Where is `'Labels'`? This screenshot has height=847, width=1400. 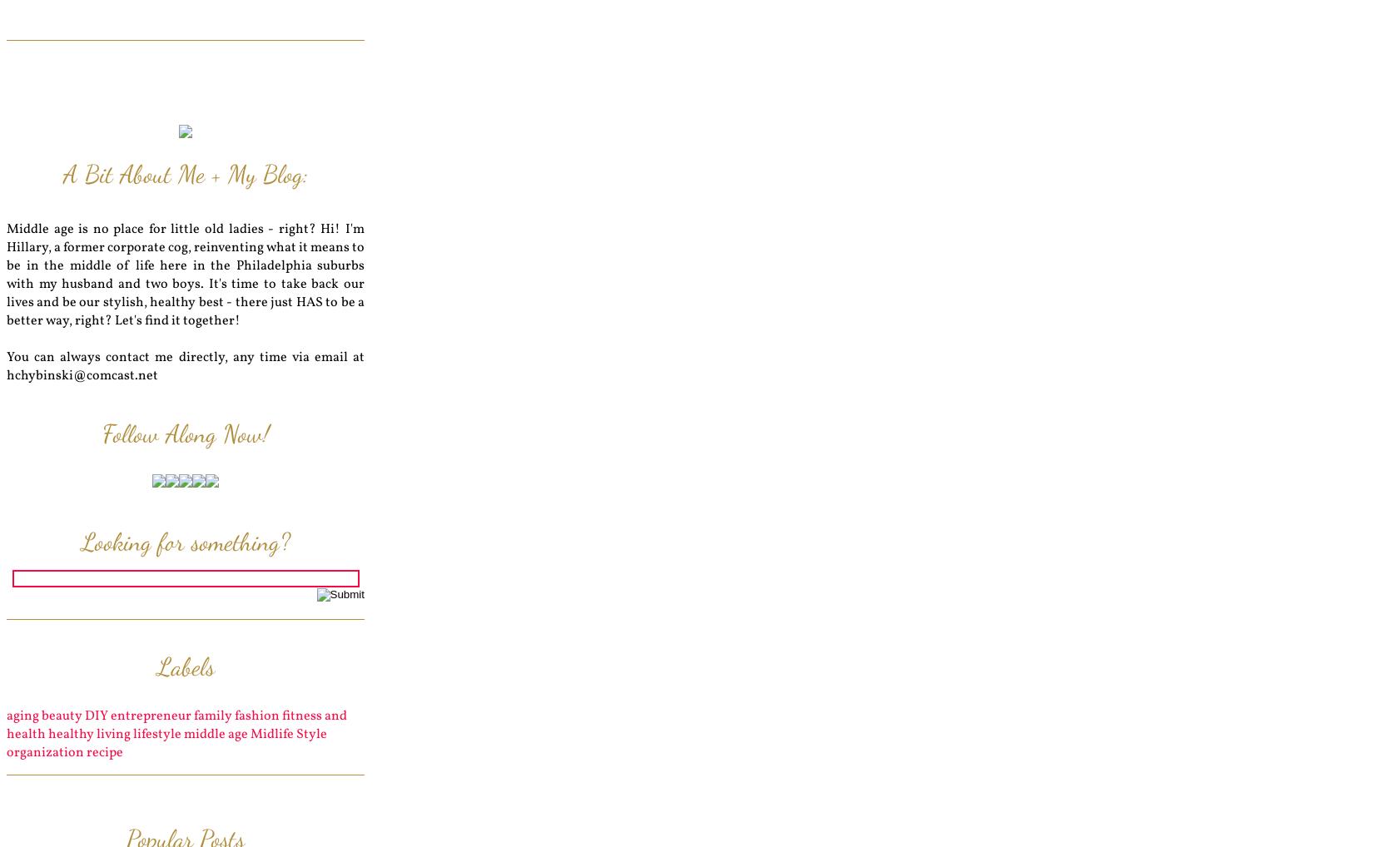
'Labels' is located at coordinates (184, 666).